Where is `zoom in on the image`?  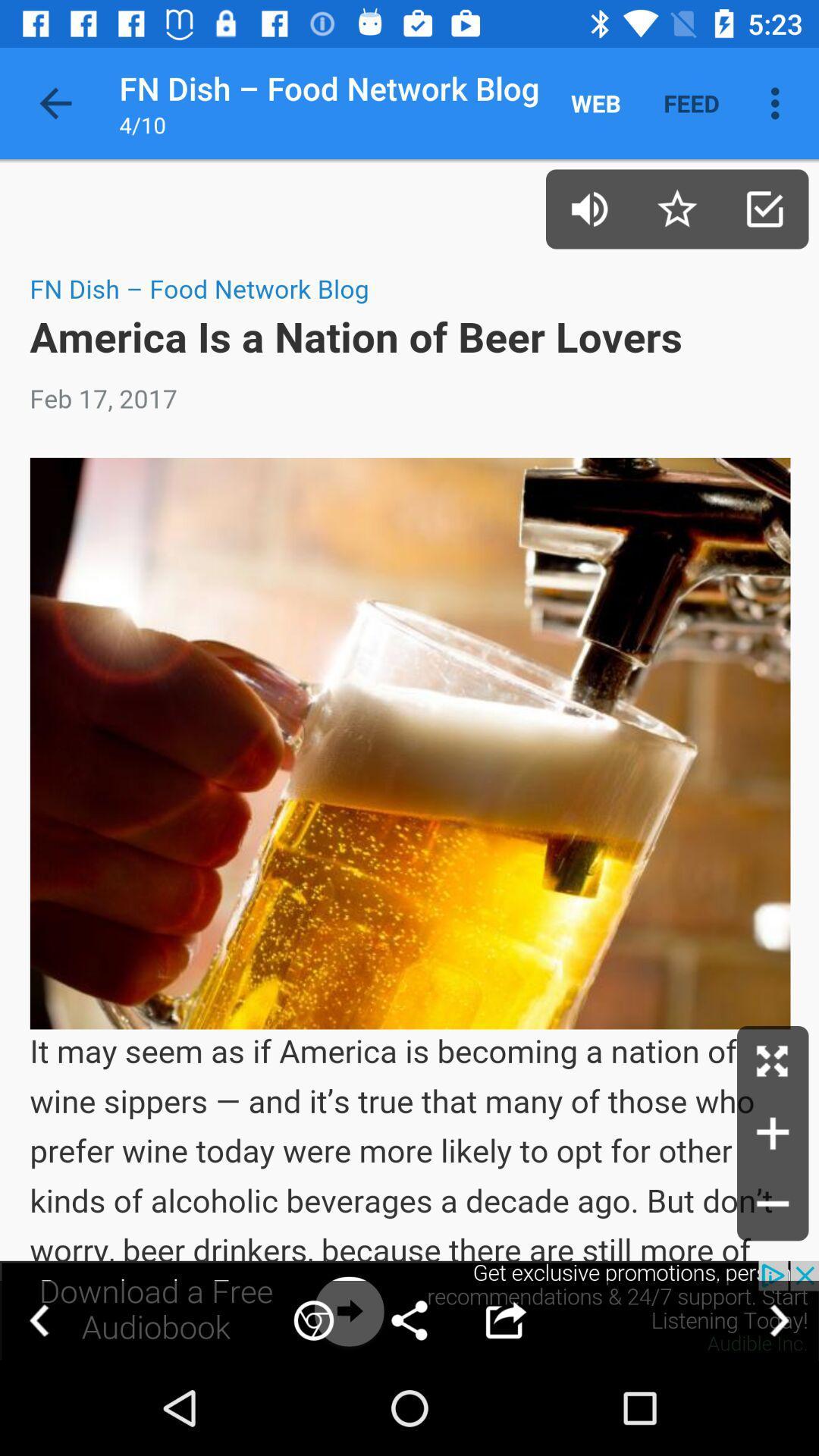 zoom in on the image is located at coordinates (773, 1133).